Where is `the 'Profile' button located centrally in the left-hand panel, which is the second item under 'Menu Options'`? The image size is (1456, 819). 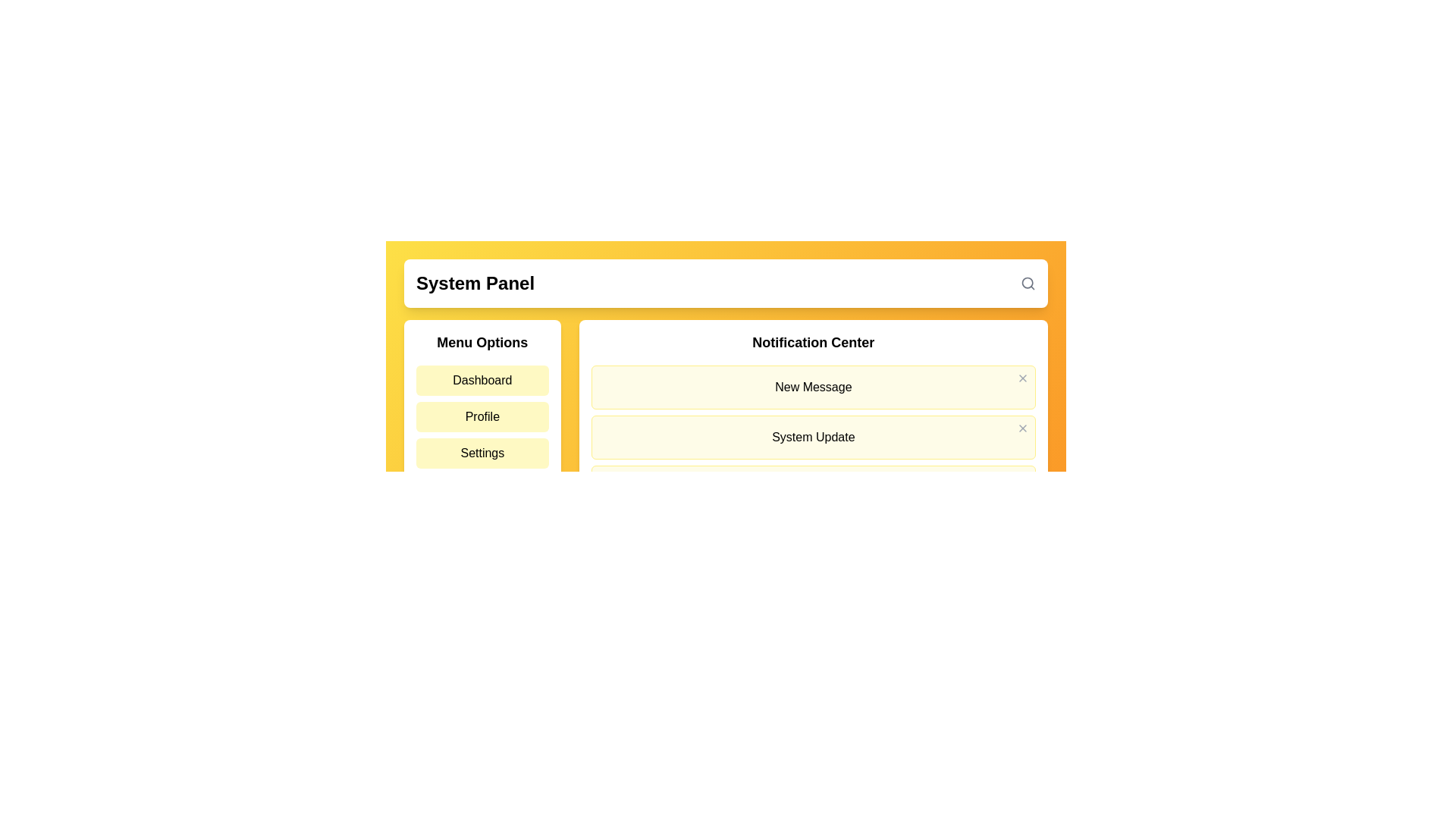 the 'Profile' button located centrally in the left-hand panel, which is the second item under 'Menu Options' is located at coordinates (482, 417).